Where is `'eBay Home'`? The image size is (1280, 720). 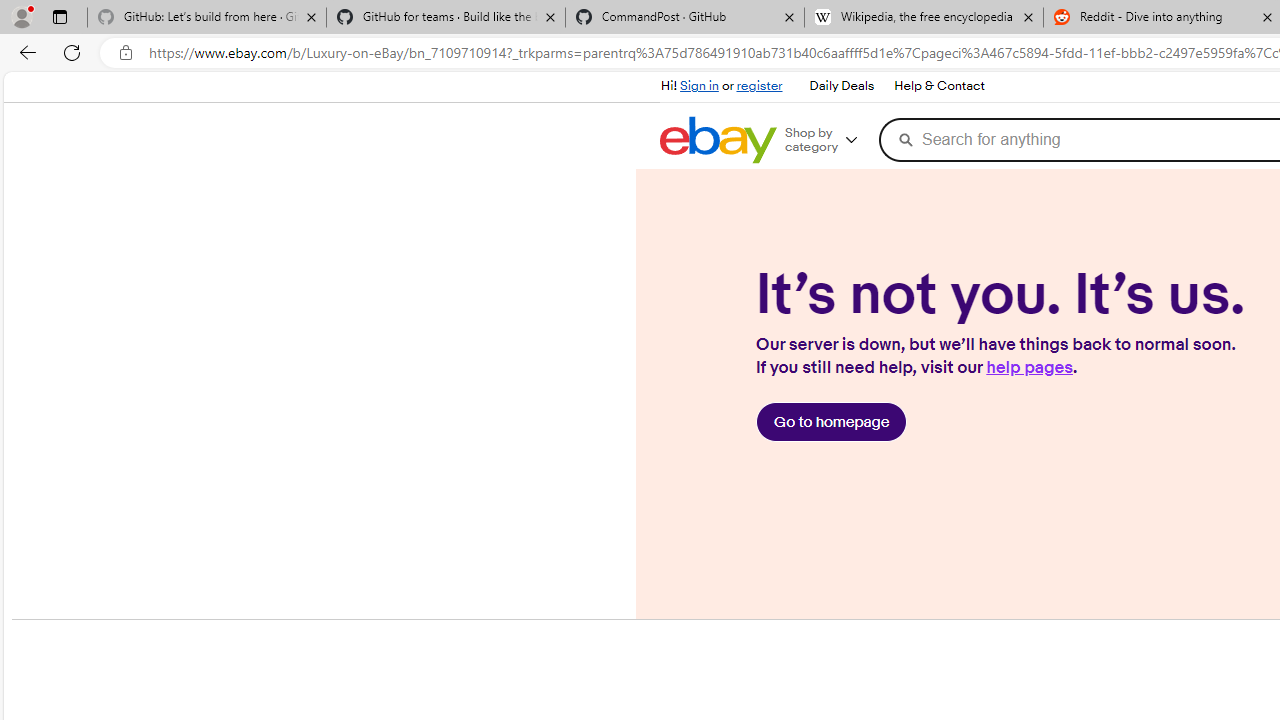
'eBay Home' is located at coordinates (718, 139).